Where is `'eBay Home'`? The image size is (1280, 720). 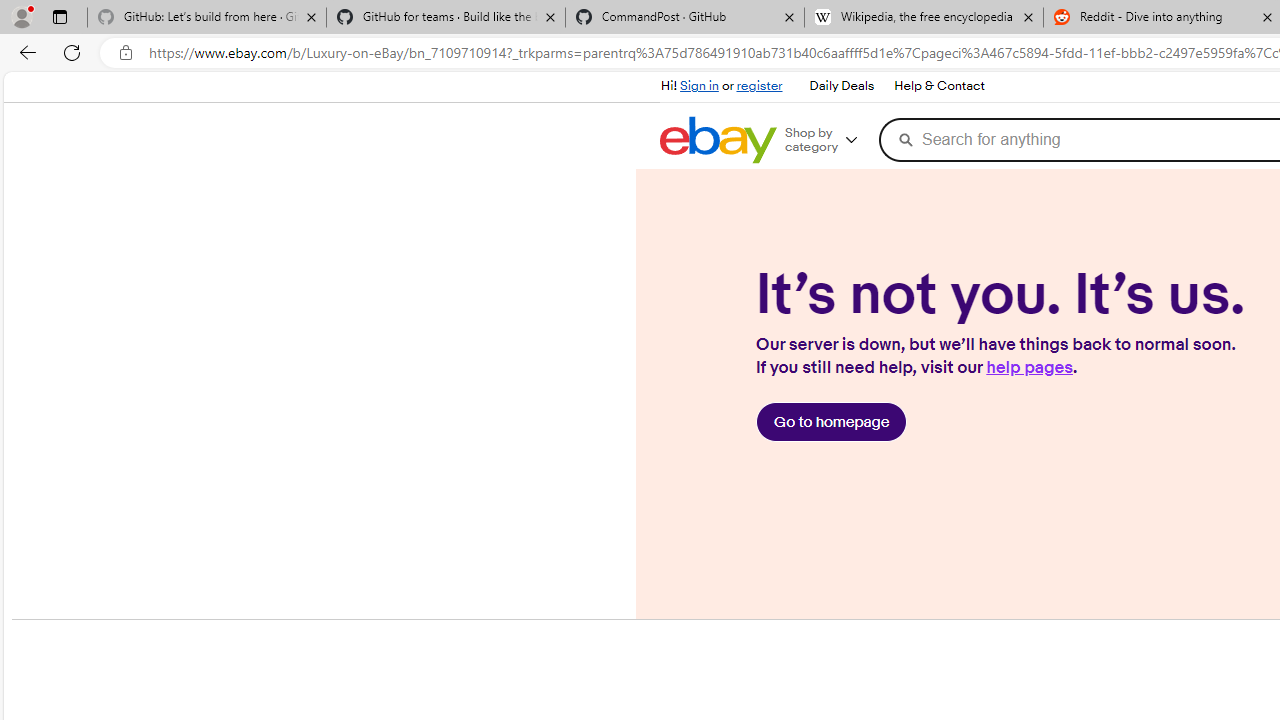
'eBay Home' is located at coordinates (718, 139).